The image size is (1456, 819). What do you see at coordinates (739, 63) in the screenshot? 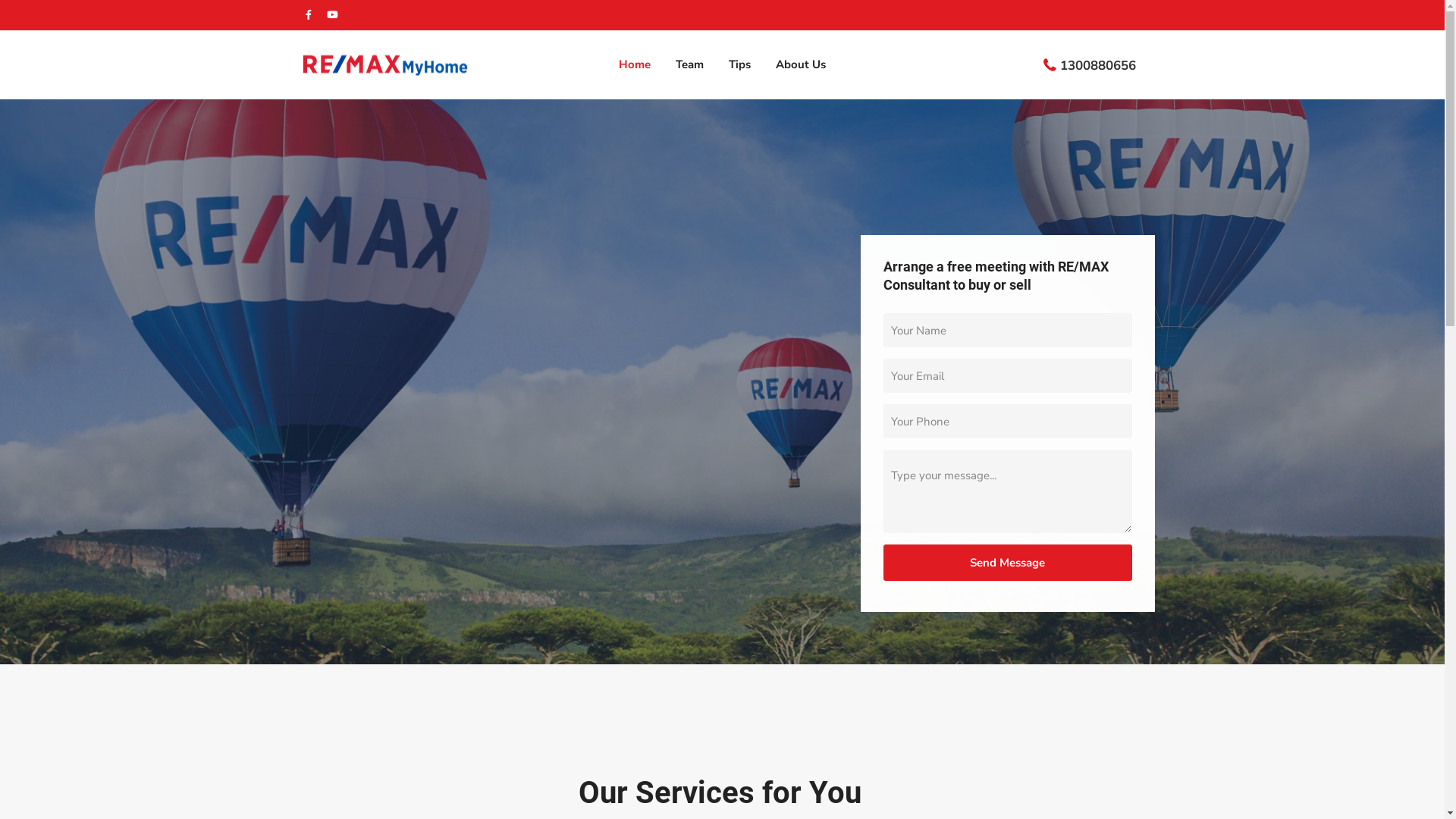
I see `'Tips'` at bounding box center [739, 63].